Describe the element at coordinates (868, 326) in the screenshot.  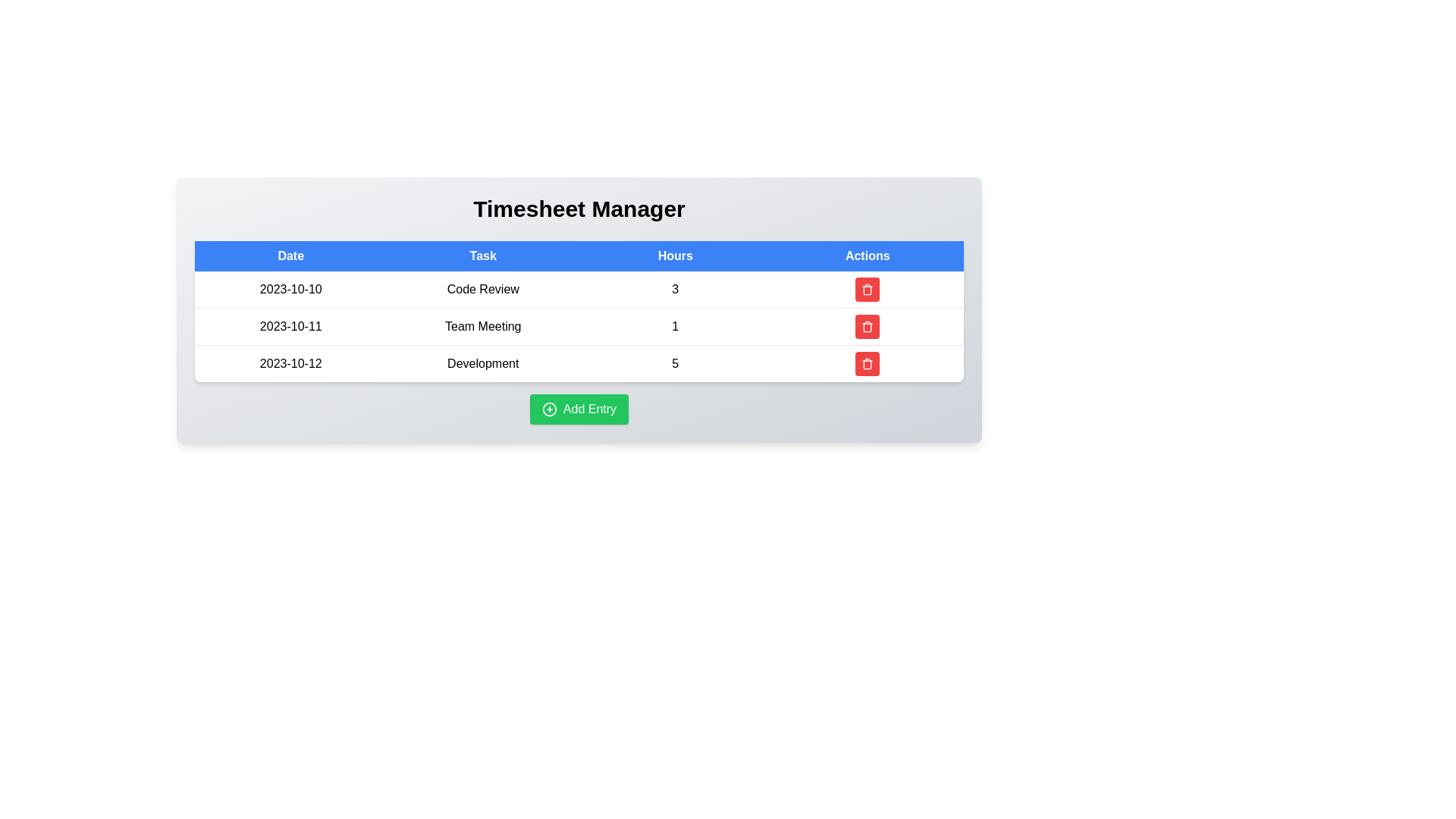
I see `the trash can icon button with a red background located in the 'Actions' column corresponding to the date '2023-10-10'` at that location.